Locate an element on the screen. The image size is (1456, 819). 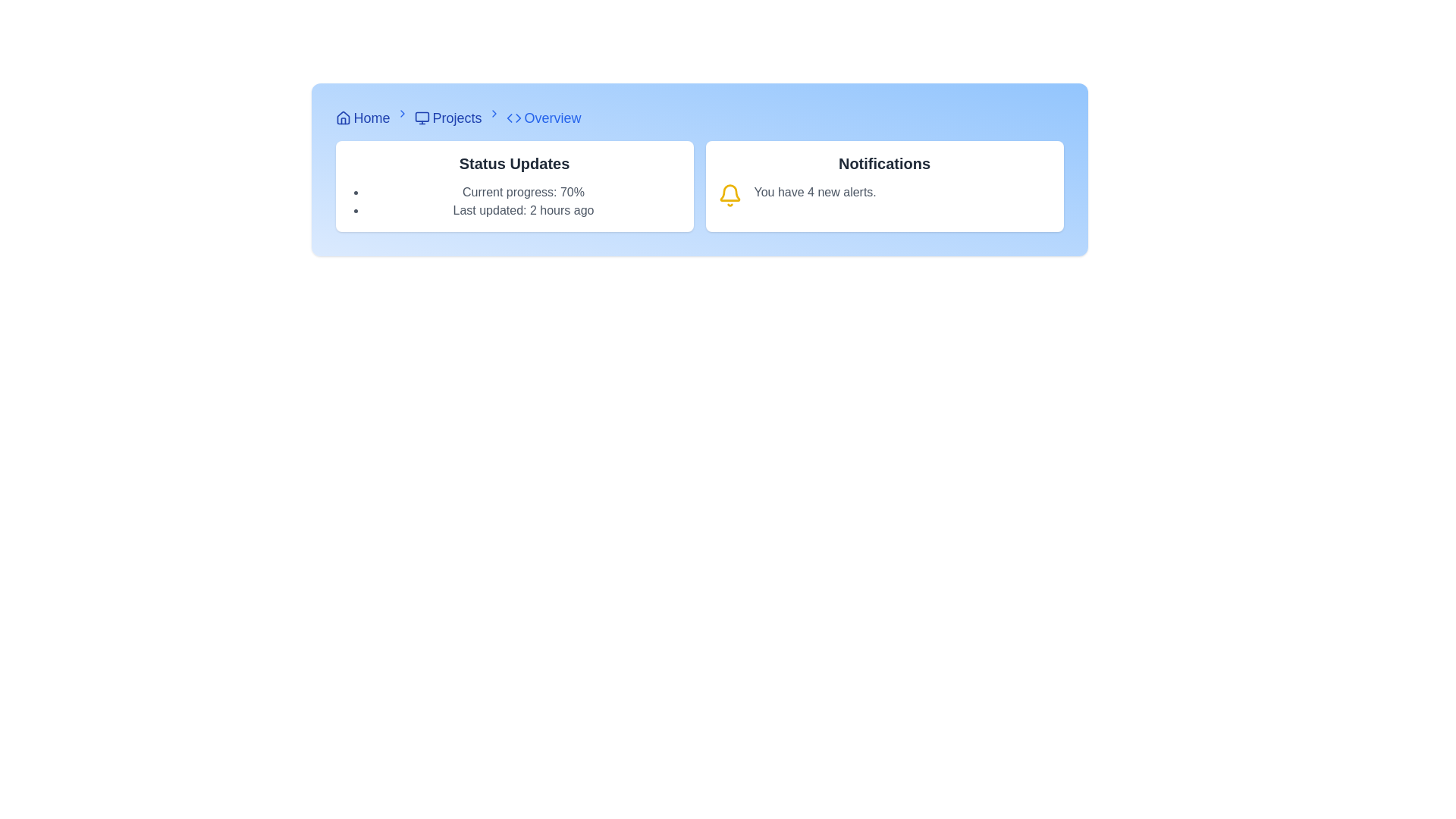
the leftmost hyperlink in the breadcrumb navigation bar to observe its interactive styling is located at coordinates (362, 117).